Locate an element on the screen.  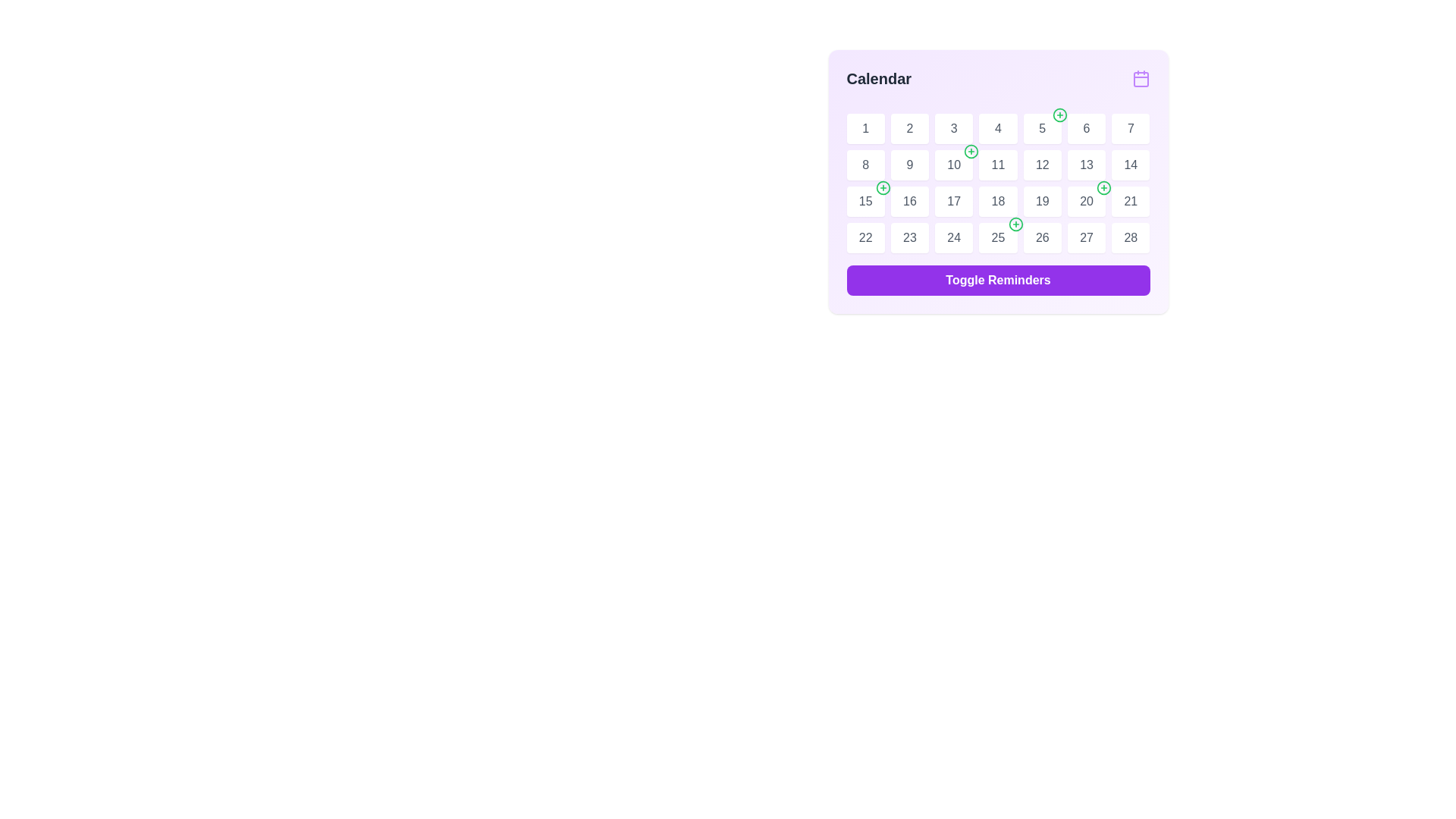
the interactive visual circle at the 10th position in the calendar grid, which is used to indicate a feature or state for adding an event or reminder is located at coordinates (883, 187).